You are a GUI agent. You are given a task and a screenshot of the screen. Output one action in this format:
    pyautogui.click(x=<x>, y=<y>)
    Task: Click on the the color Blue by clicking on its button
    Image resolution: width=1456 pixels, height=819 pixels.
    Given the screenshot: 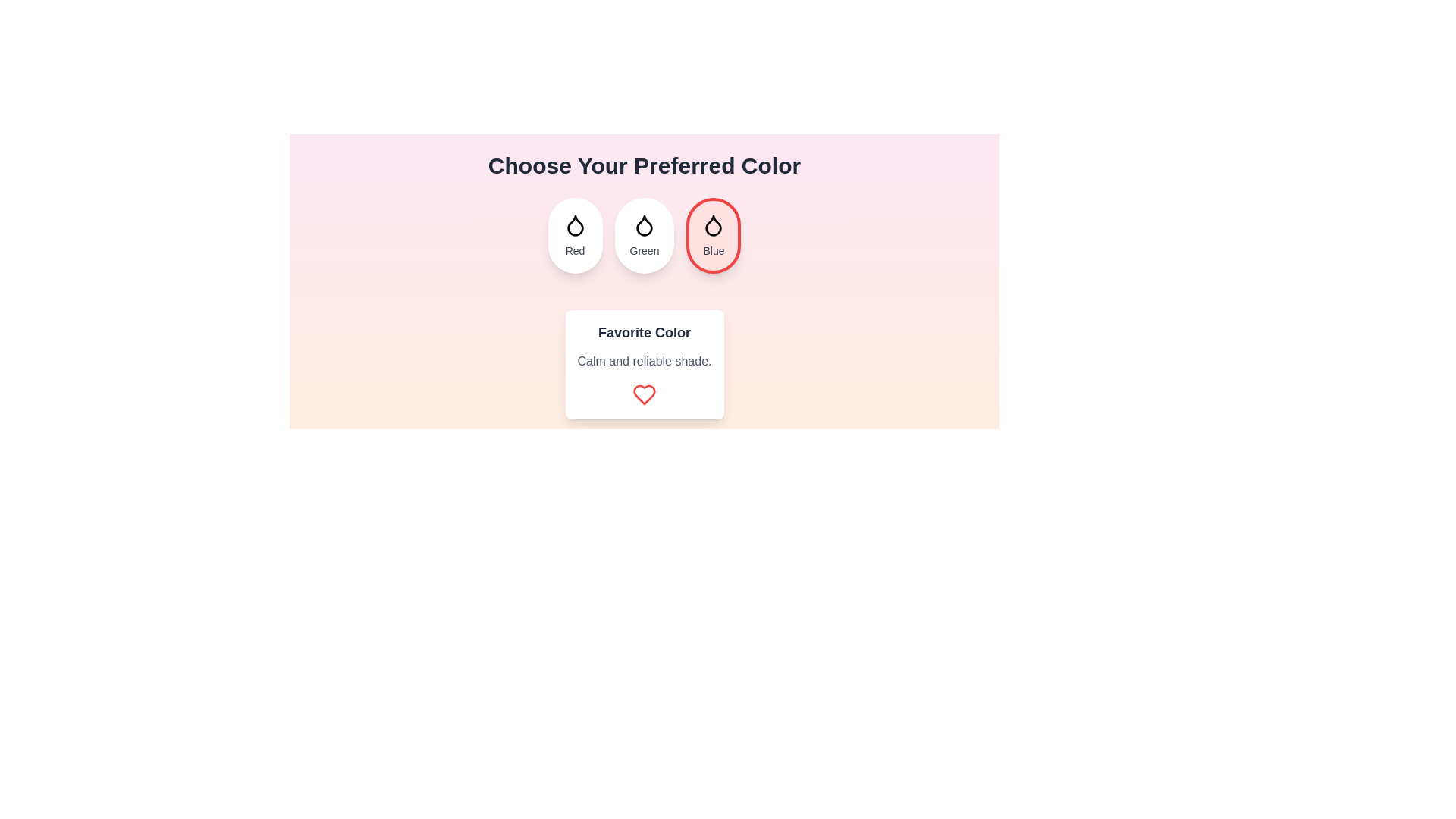 What is the action you would take?
    pyautogui.click(x=713, y=236)
    